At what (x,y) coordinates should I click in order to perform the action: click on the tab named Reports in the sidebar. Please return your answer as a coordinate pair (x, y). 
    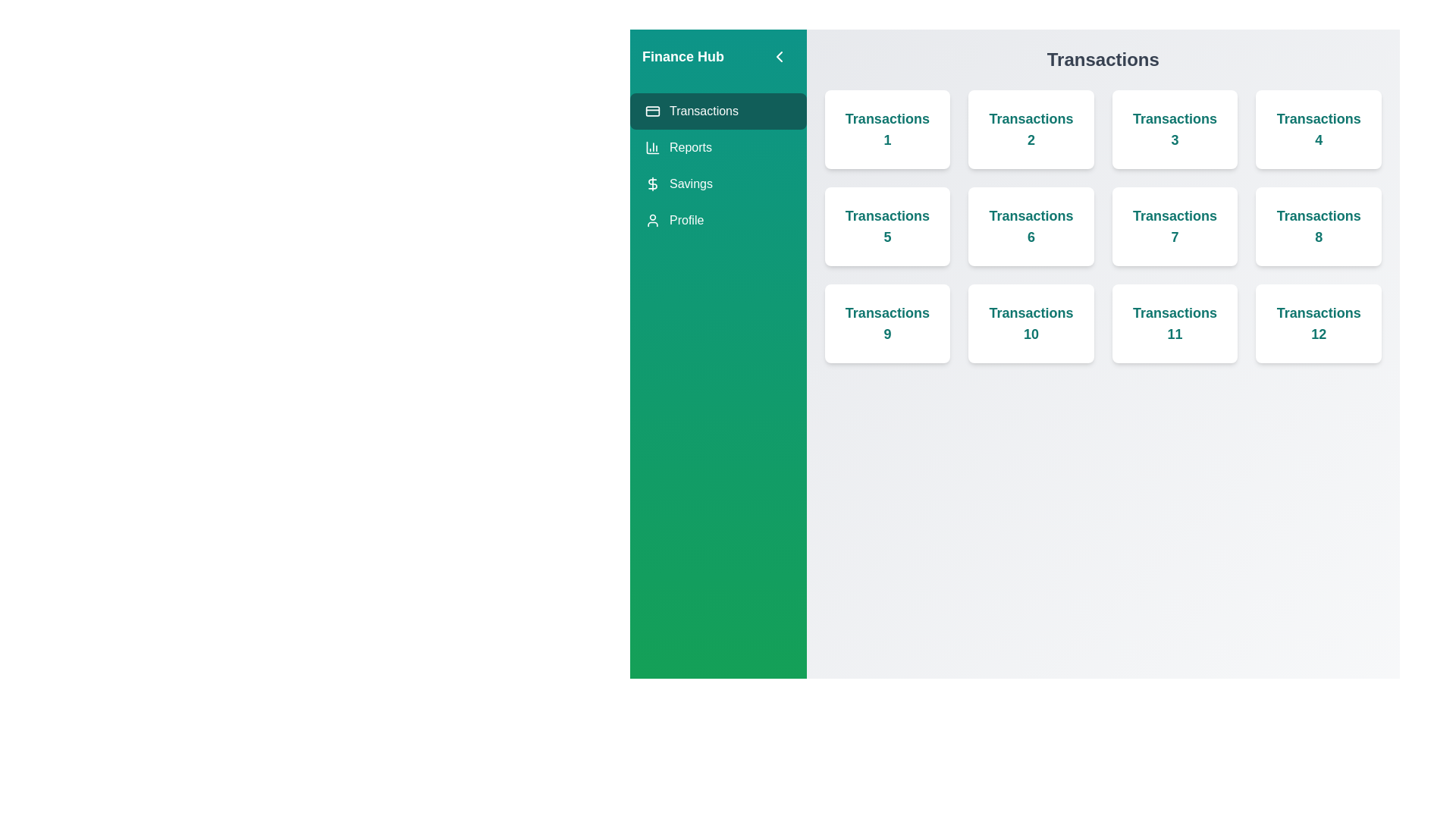
    Looking at the image, I should click on (717, 148).